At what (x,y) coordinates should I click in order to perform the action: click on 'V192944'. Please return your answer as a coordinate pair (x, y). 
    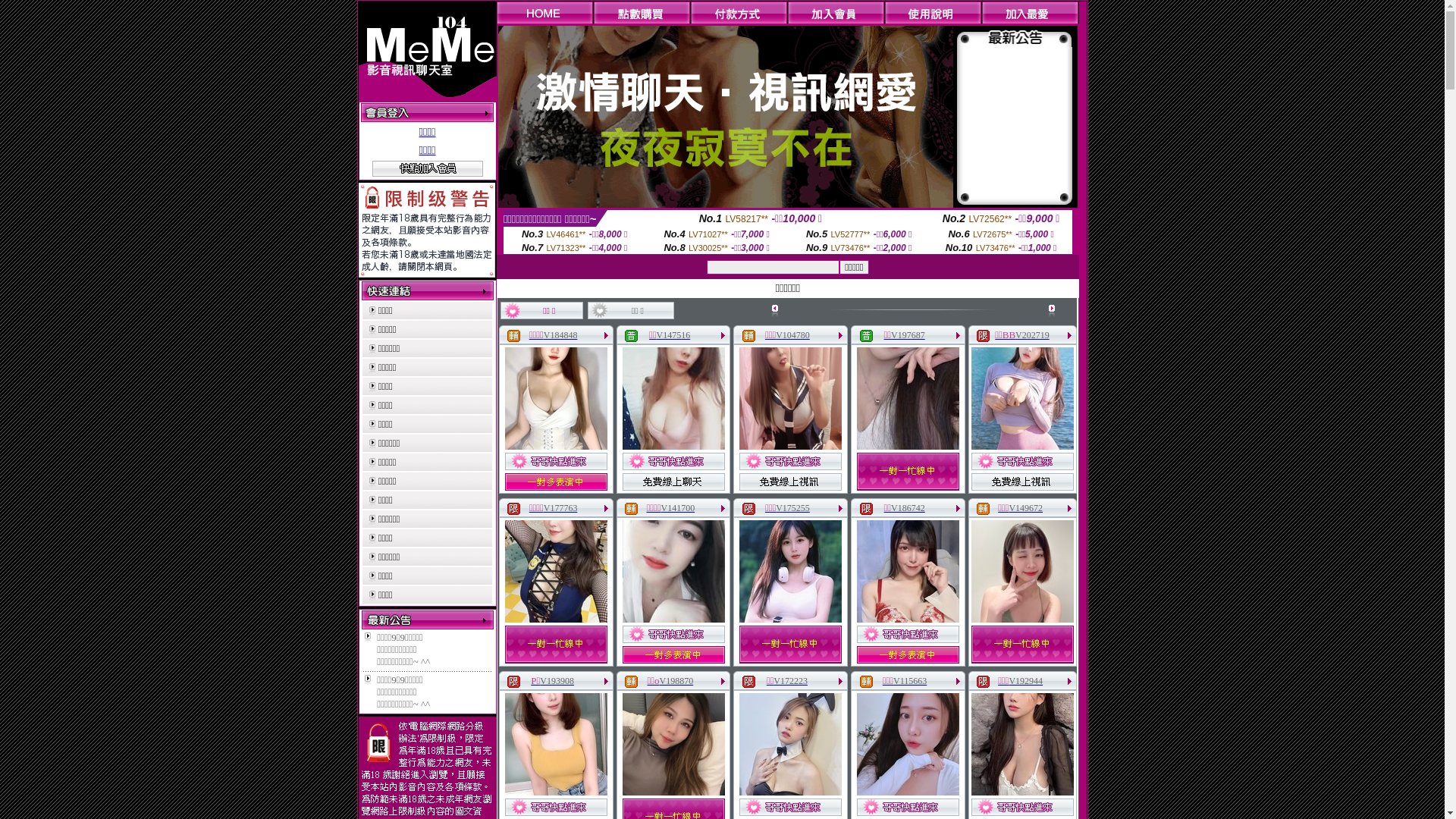
    Looking at the image, I should click on (1025, 680).